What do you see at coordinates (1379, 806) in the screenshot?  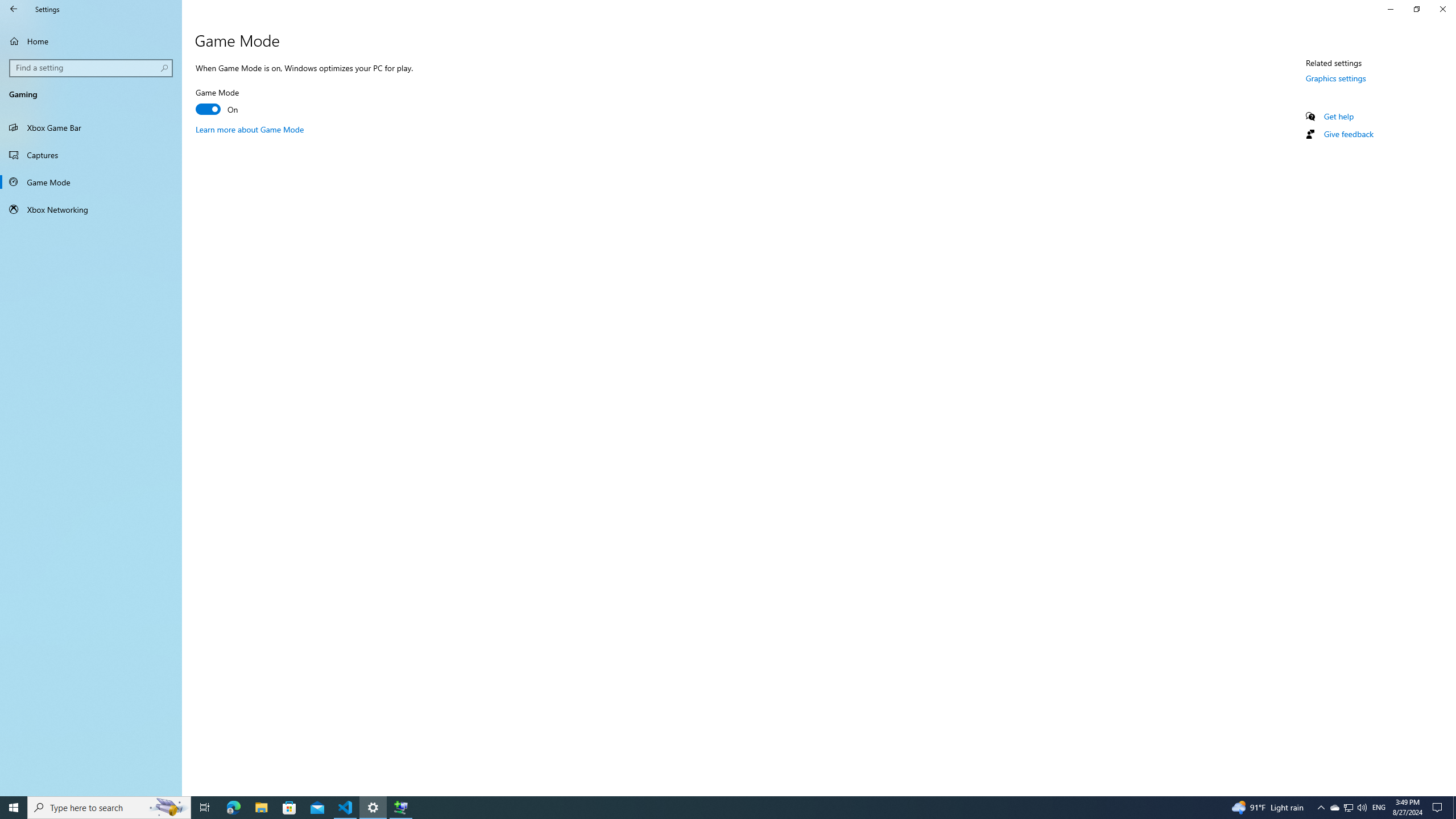 I see `'Tray Input Indicator - English (United States)'` at bounding box center [1379, 806].